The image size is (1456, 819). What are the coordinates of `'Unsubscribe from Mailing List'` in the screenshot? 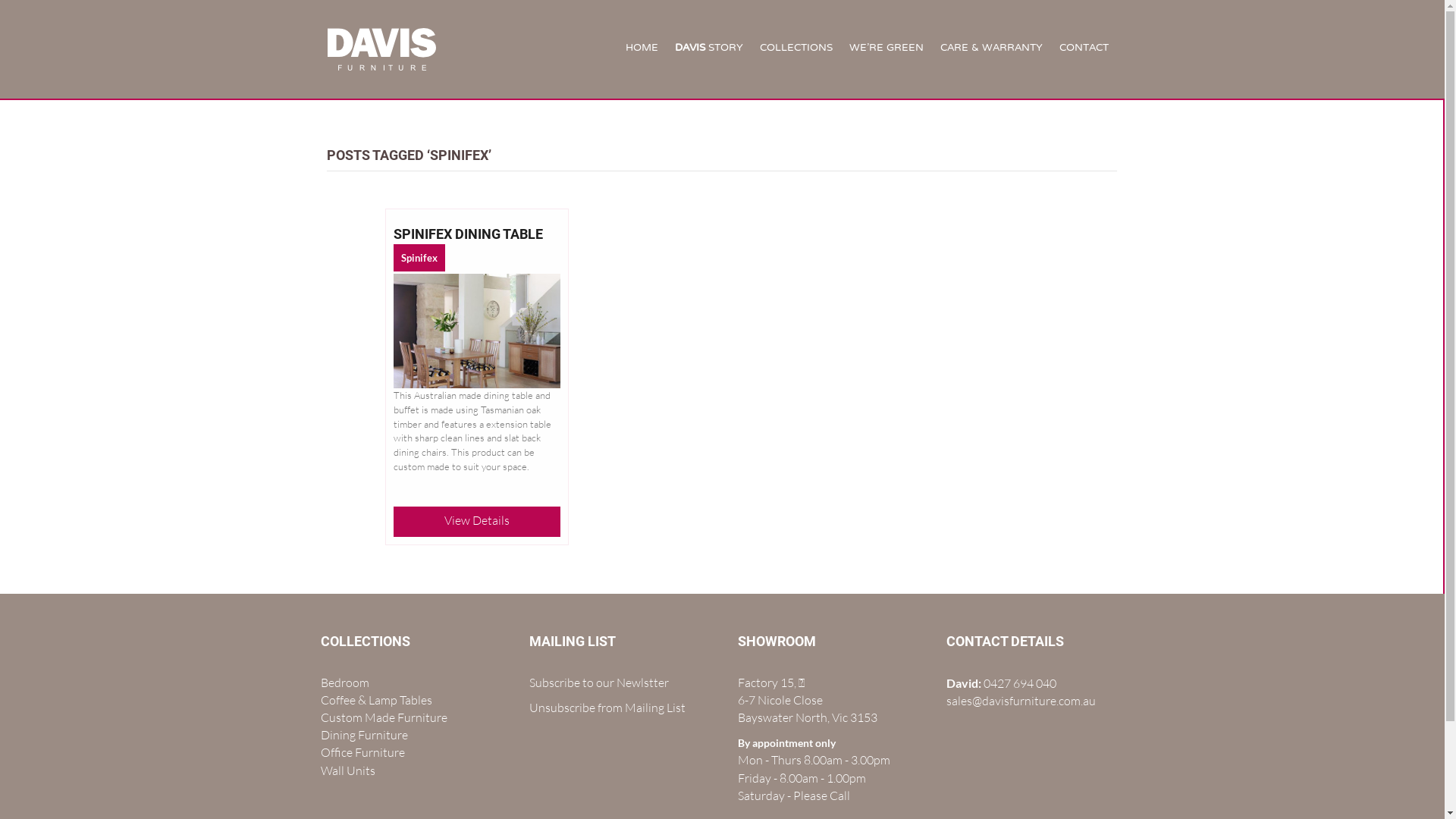 It's located at (607, 708).